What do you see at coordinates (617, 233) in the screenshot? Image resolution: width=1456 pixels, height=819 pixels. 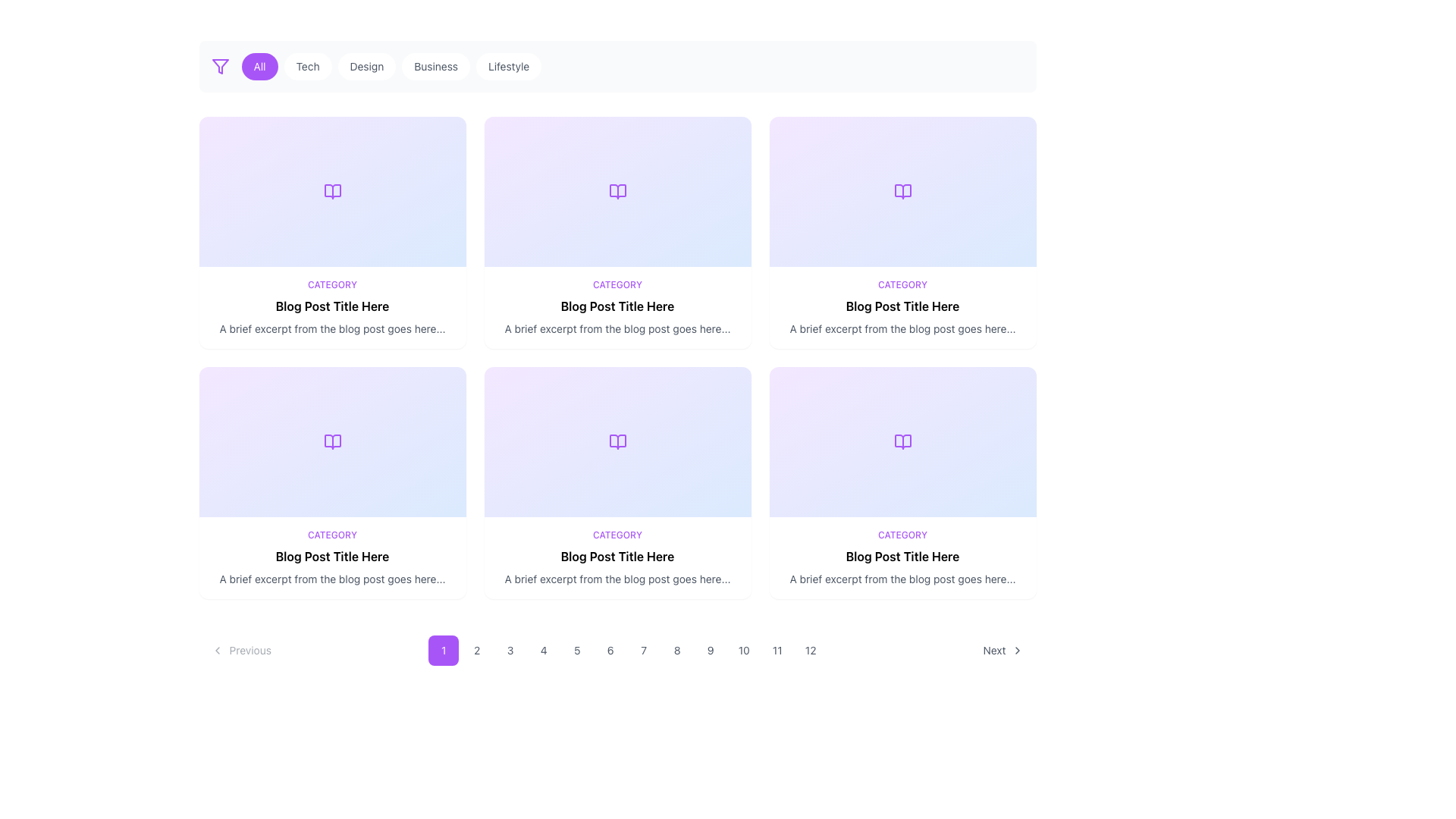 I see `the blog post preview card located in the second column of the first row, below the horizontal filter menu` at bounding box center [617, 233].